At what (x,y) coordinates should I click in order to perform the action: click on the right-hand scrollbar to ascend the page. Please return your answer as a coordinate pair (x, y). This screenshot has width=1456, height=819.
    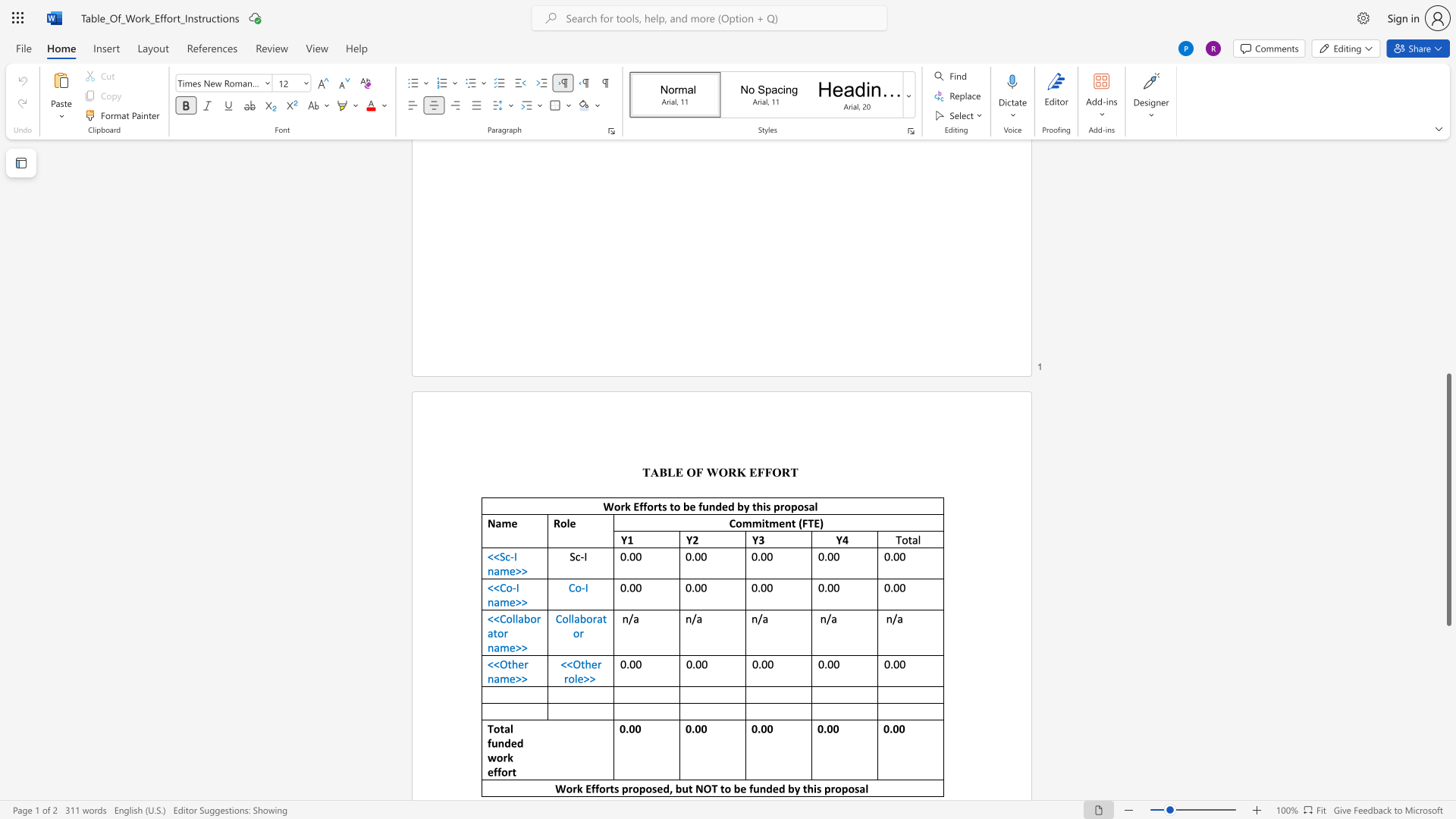
    Looking at the image, I should click on (1448, 249).